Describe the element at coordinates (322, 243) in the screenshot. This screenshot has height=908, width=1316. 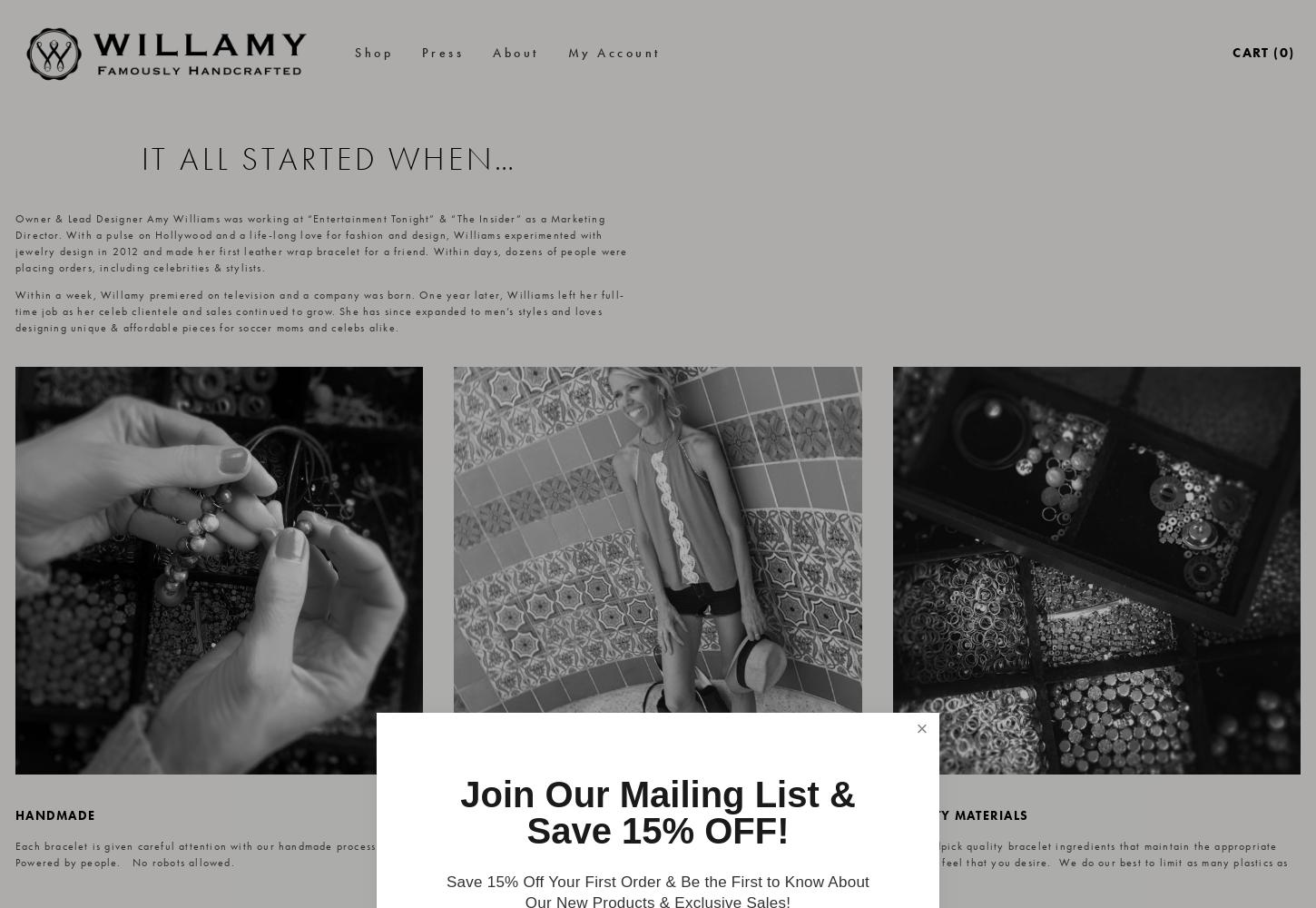
I see `'Owner & Lead Designer Amy Williams was working at “Entertainment Tonight” & “The Insider” as a Marketing Director. With a pulse on Hollywood and a life-long love for fashion and design, Williams experimented with jewelry design in 2012 and made her first leather wrap bracelet for a friend. Within days, dozens of people were placing orders, including celebrities & stylists.'` at that location.